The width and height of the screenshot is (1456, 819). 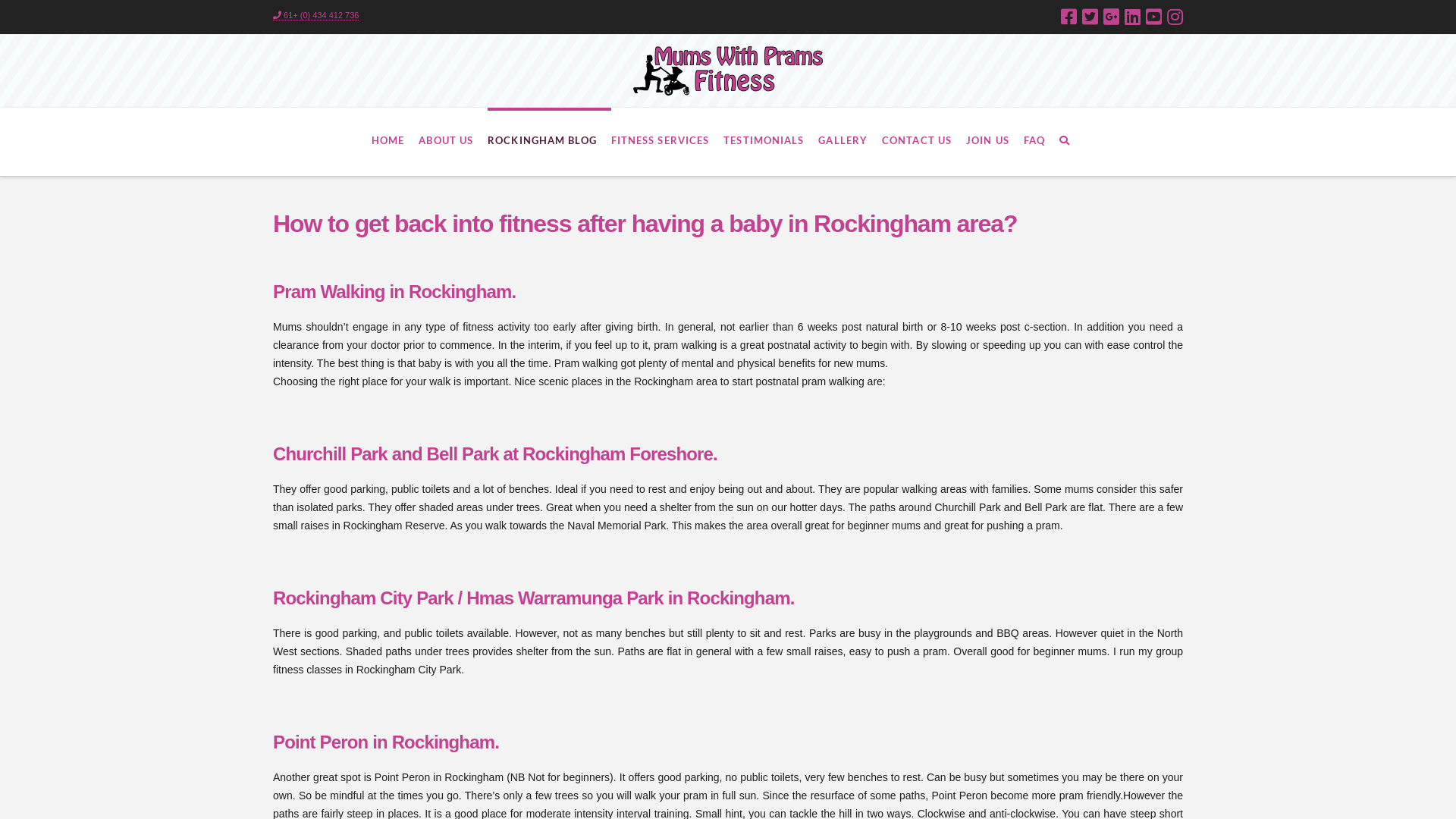 I want to click on 'Twitter', so click(x=1089, y=17).